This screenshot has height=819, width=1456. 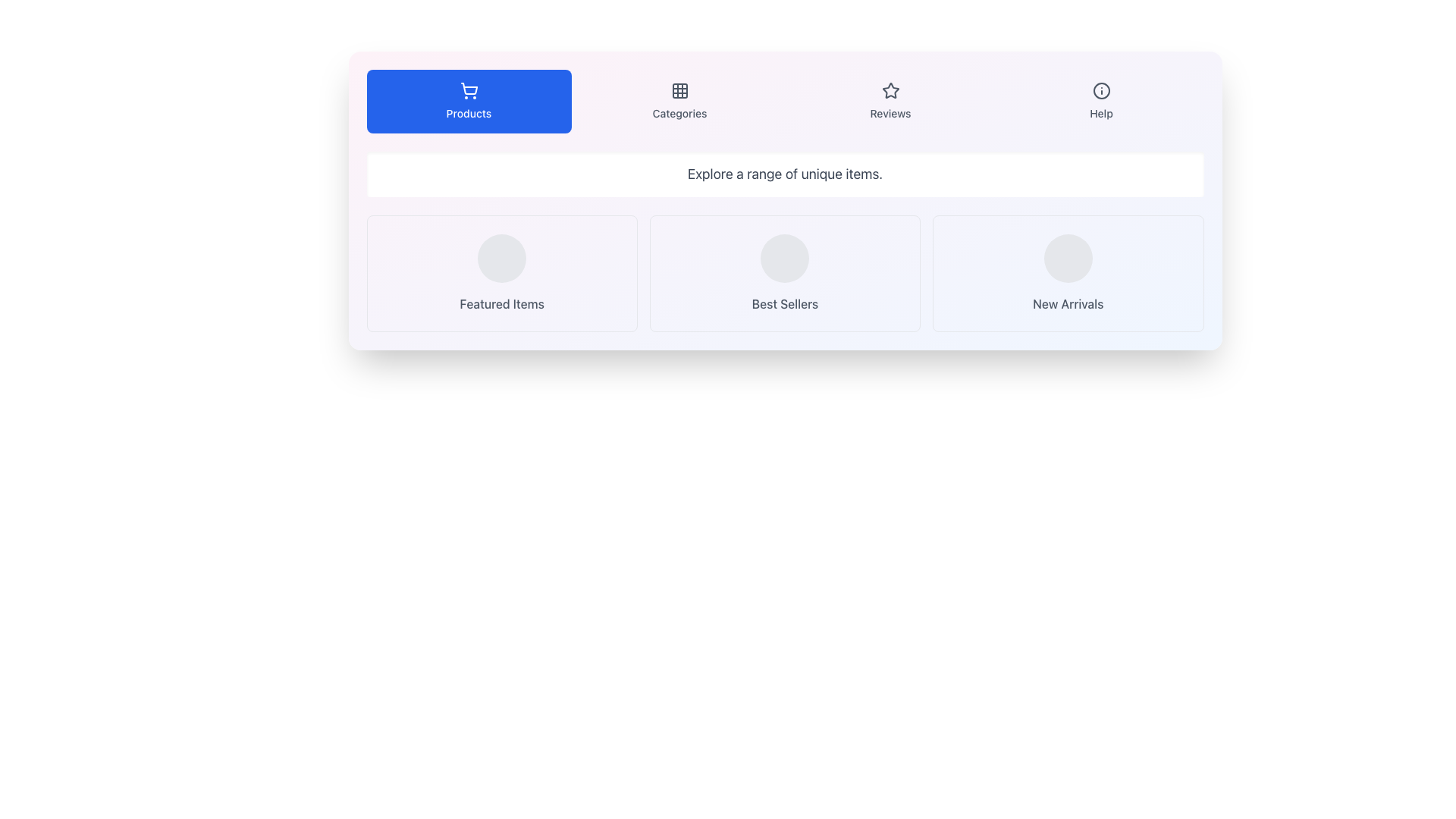 I want to click on the grid icon located above the 'Categories' label in the navigation bar, so click(x=679, y=90).